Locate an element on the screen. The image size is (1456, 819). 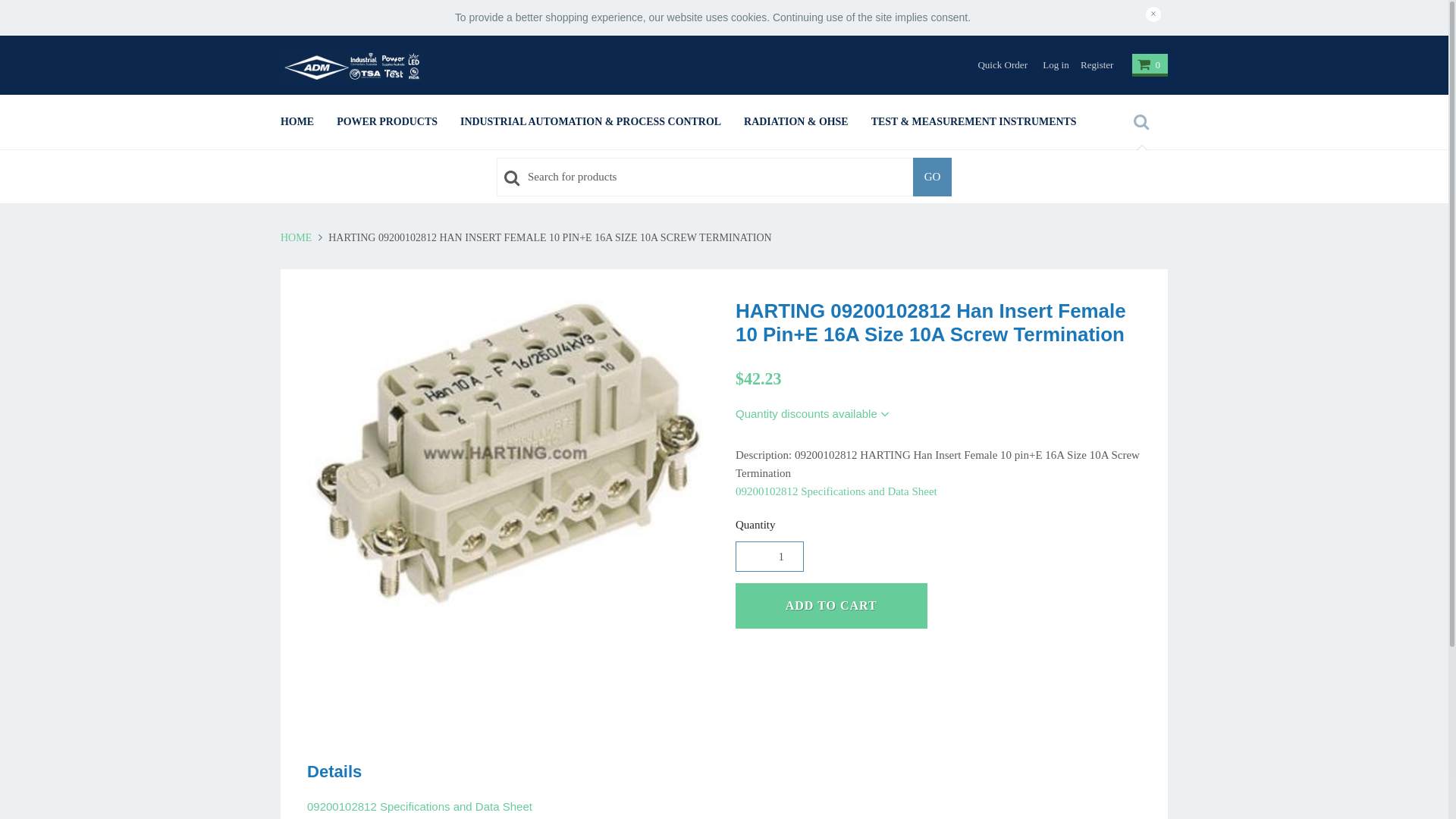
'ADD TO CART' is located at coordinates (830, 604).